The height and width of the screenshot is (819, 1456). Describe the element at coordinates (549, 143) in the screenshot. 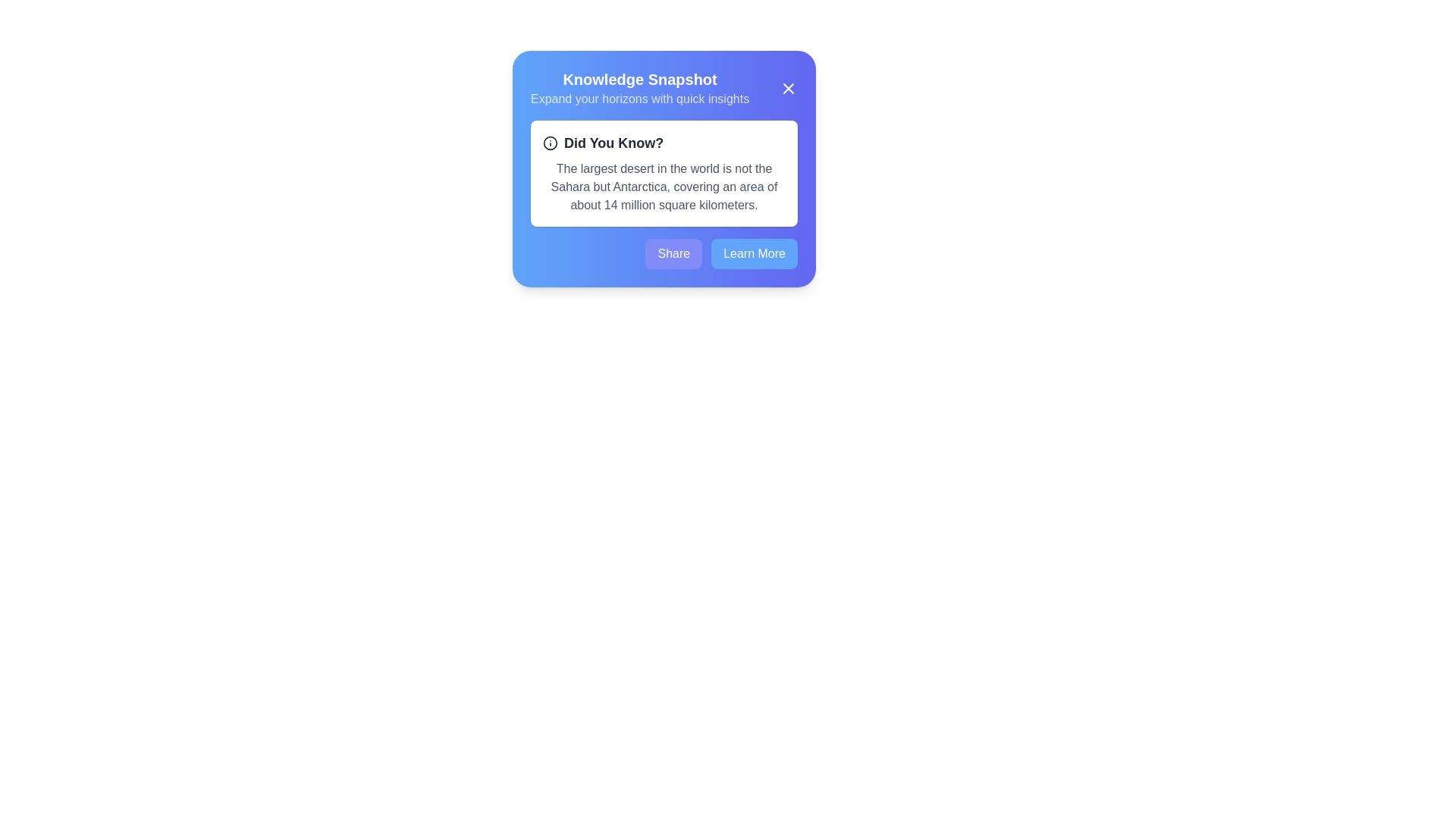

I see `the informational or decorative icon located to the left of the 'Did You Know?' text in the 'Knowledge Snapshot' panel` at that location.